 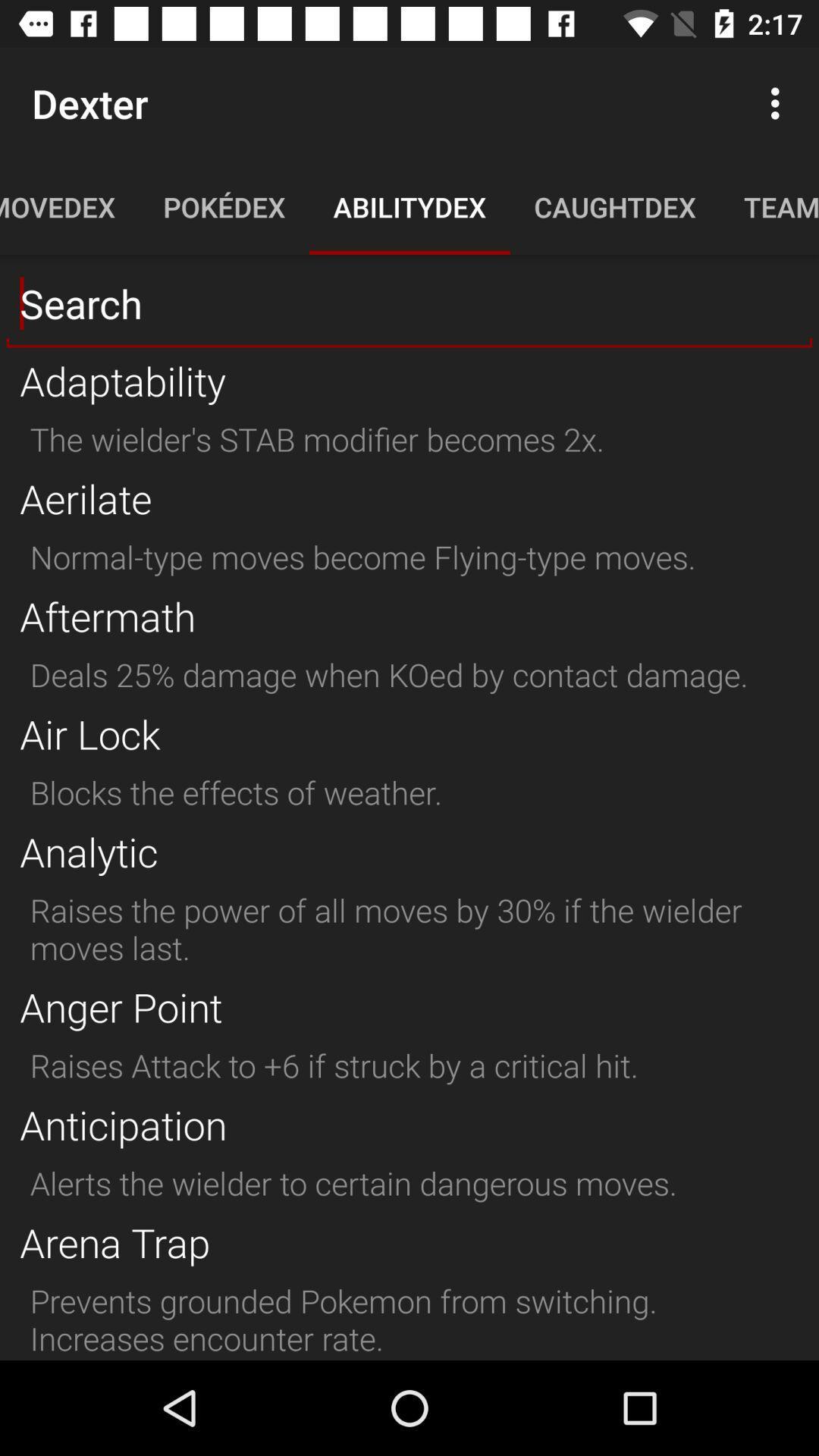 What do you see at coordinates (779, 102) in the screenshot?
I see `the item above the teamdex` at bounding box center [779, 102].